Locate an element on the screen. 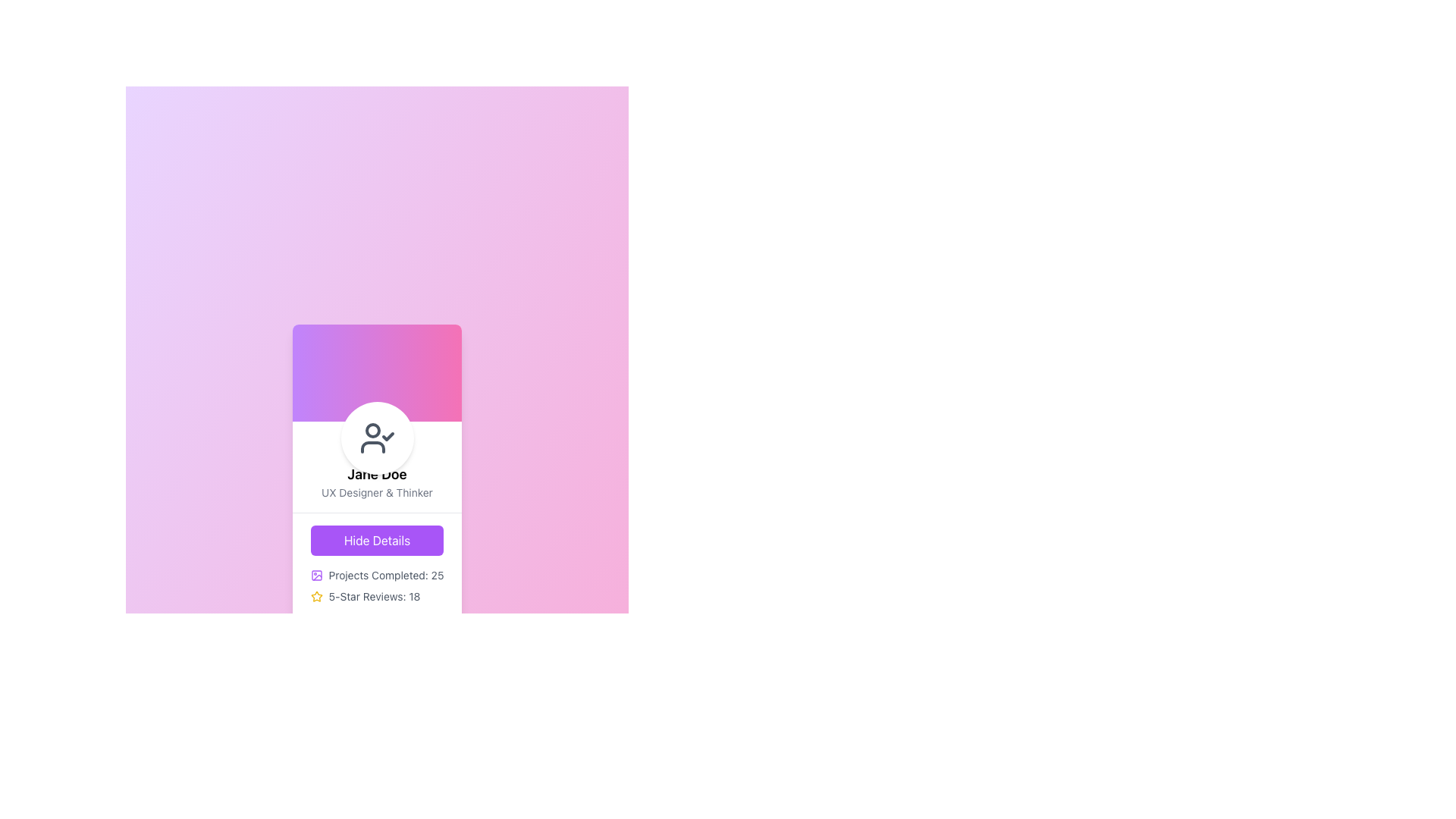  the text label displaying 'UX Designer & Thinker' located beneath 'Jane Doe' in the card layout is located at coordinates (377, 492).